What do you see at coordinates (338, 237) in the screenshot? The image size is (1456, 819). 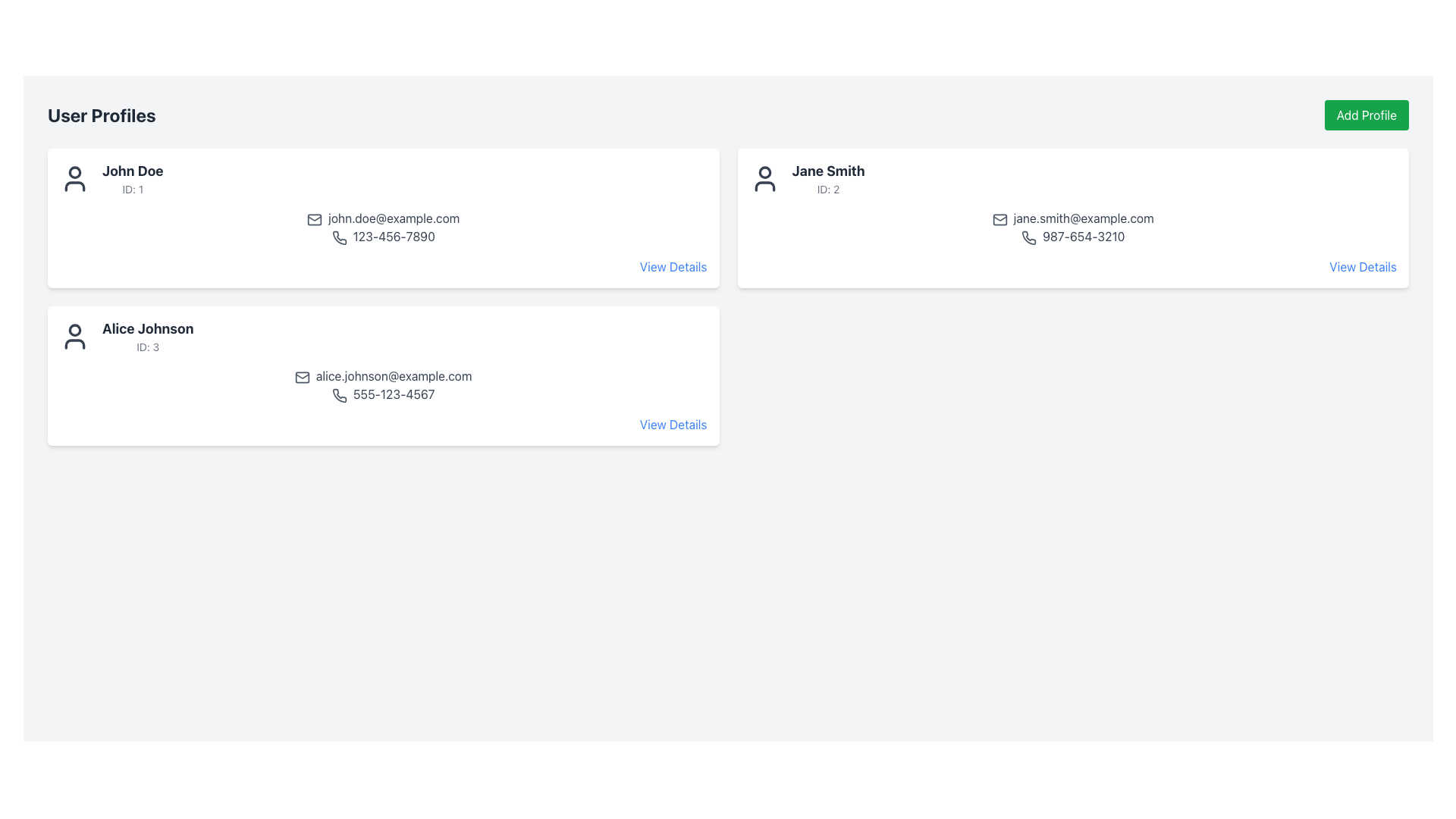 I see `the phone icon, which is a traditional handset depicted in a minimalistic style, located in the contact details section of a user profile card` at bounding box center [338, 237].